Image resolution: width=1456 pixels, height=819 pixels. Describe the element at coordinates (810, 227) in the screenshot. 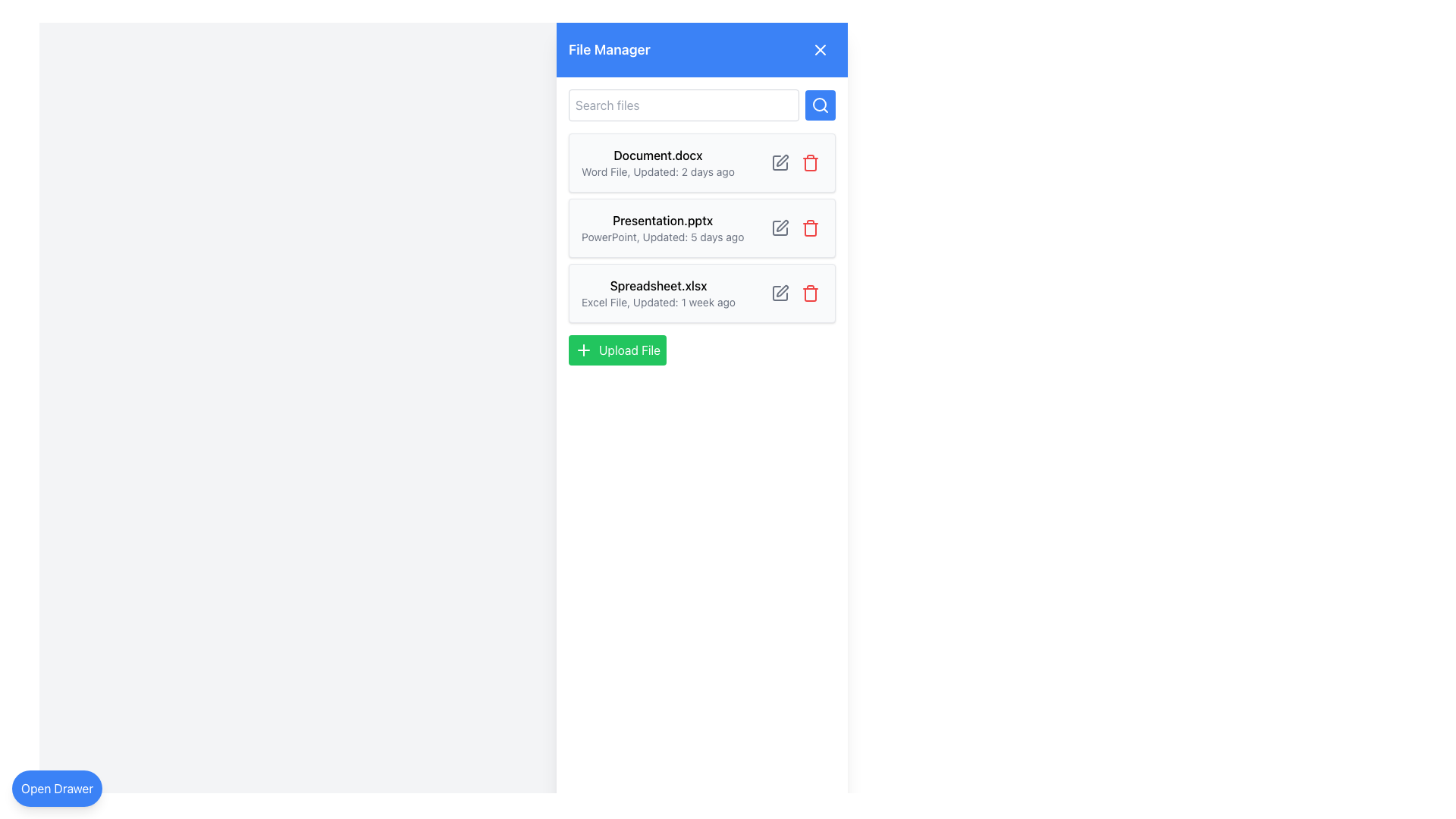

I see `the delete icon button located at the rightmost position of the file controls, which allows users` at that location.